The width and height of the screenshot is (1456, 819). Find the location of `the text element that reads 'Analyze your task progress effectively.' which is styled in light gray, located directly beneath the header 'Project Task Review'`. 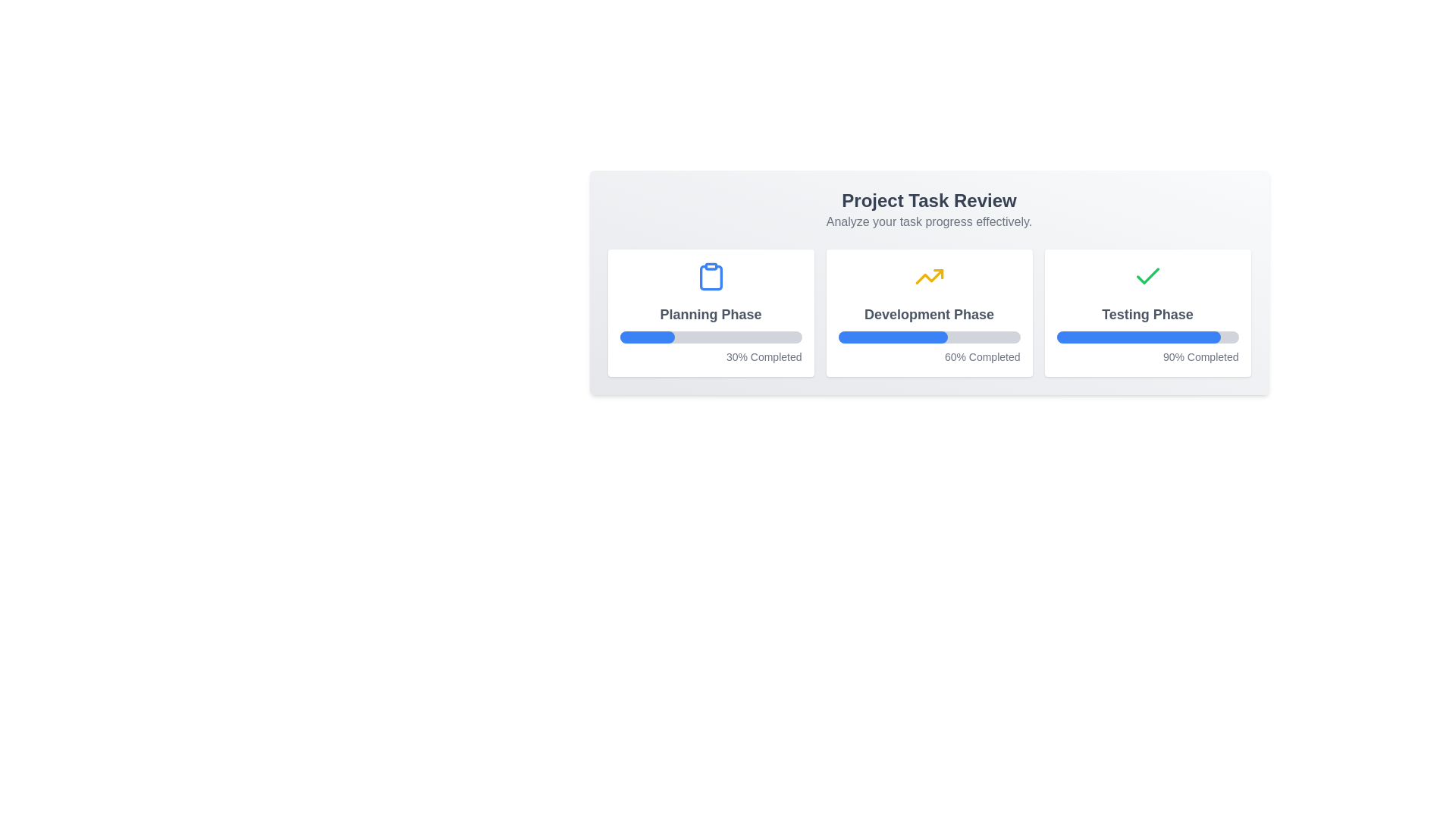

the text element that reads 'Analyze your task progress effectively.' which is styled in light gray, located directly beneath the header 'Project Task Review' is located at coordinates (928, 222).